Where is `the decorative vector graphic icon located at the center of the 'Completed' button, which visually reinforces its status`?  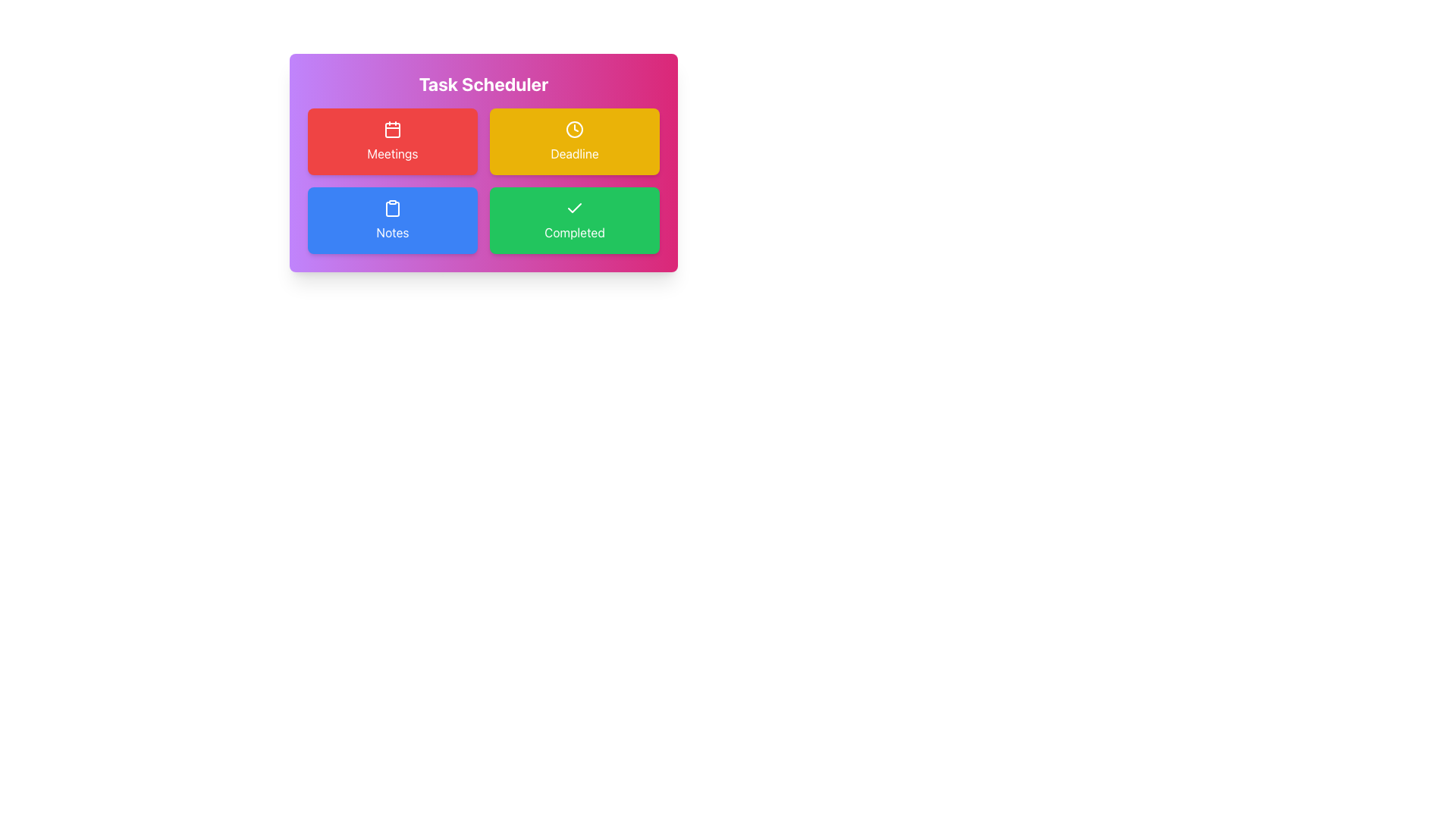 the decorative vector graphic icon located at the center of the 'Completed' button, which visually reinforces its status is located at coordinates (574, 208).